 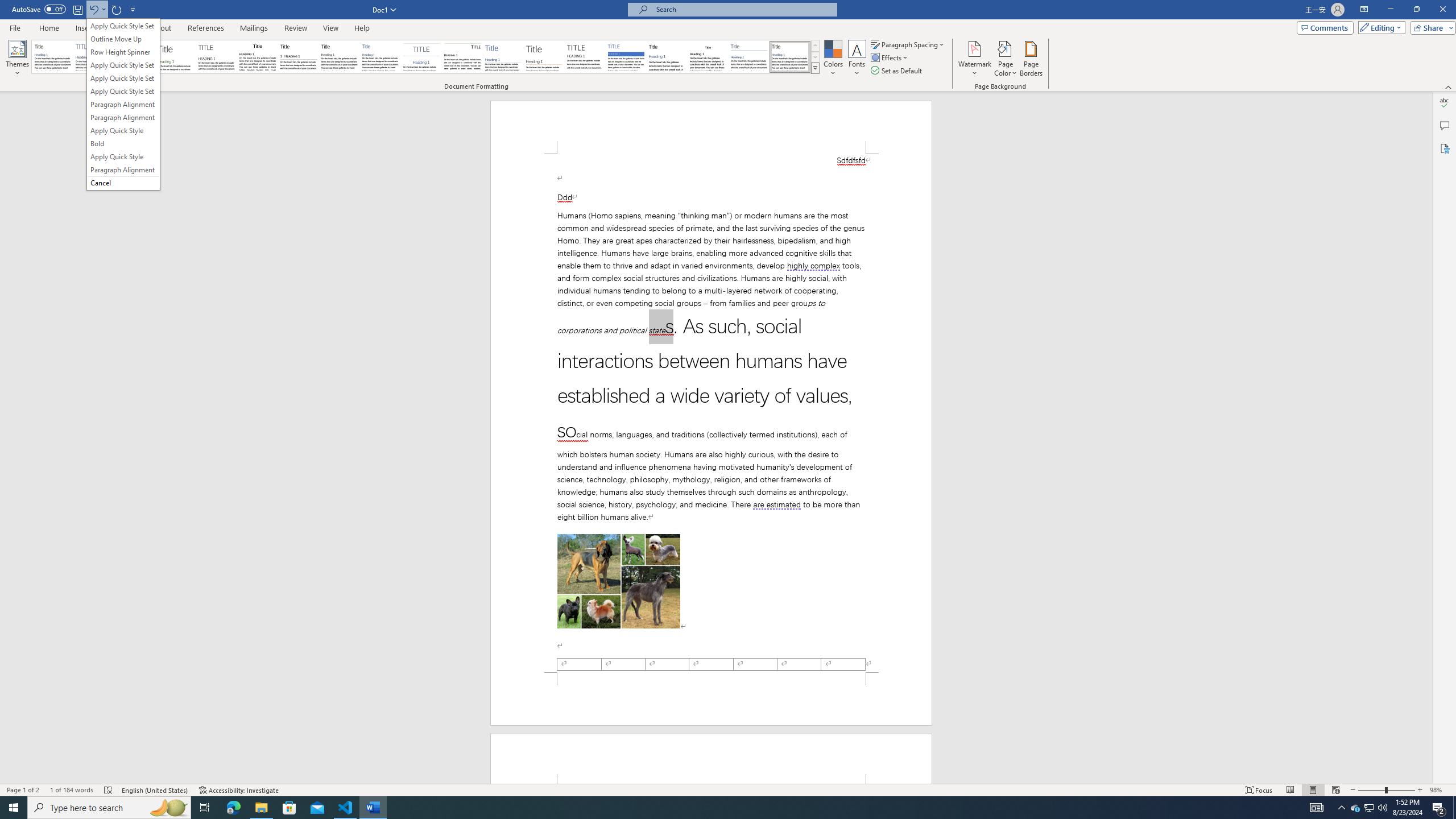 I want to click on 'Page Borders...', so click(x=1031, y=59).